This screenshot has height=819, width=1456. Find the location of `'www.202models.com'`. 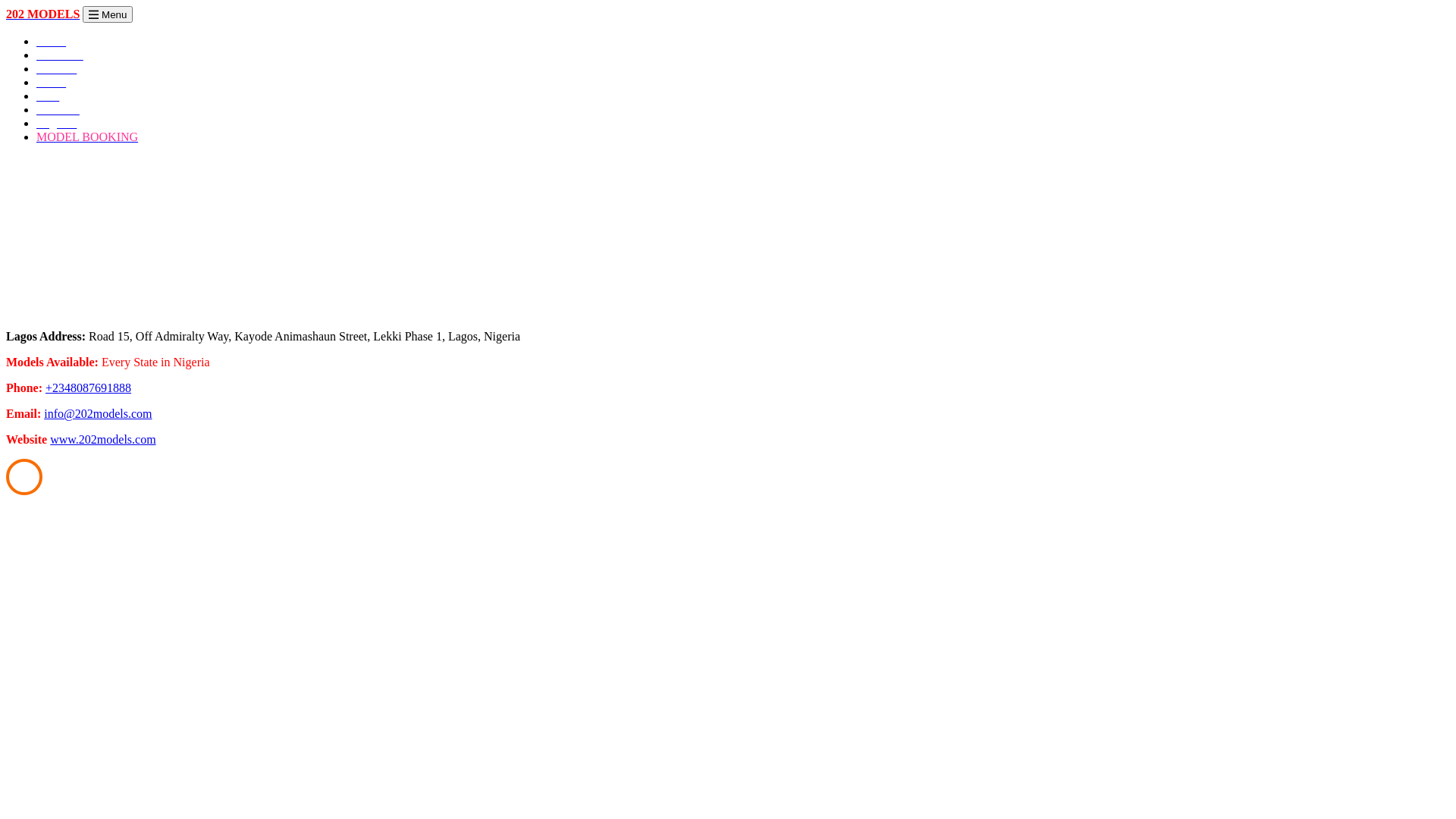

'www.202models.com' is located at coordinates (102, 439).